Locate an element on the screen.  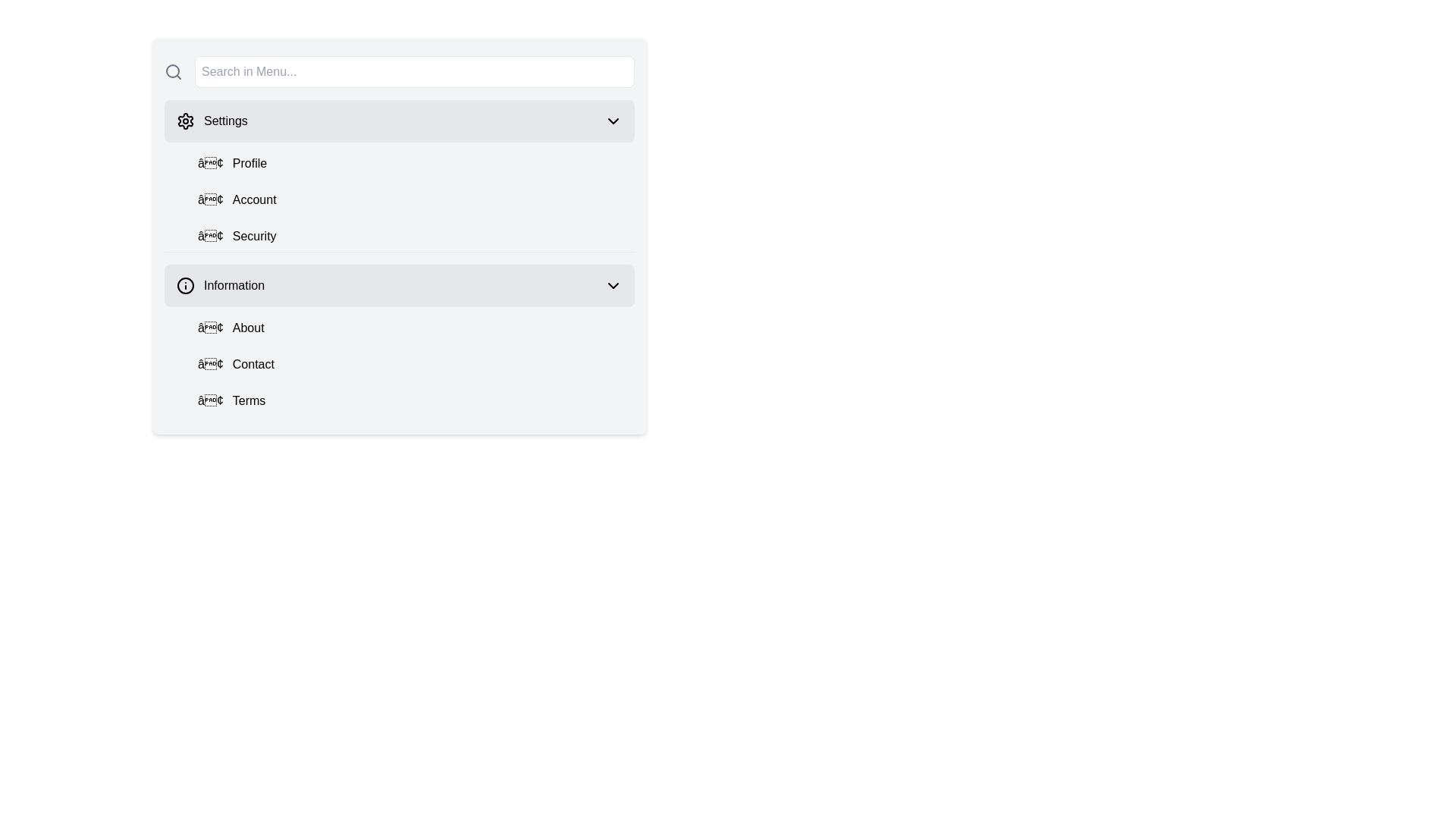
text-based icon or marker located to the left of the 'Terms' label in the 'Information' section of the dropdown menu is located at coordinates (209, 400).